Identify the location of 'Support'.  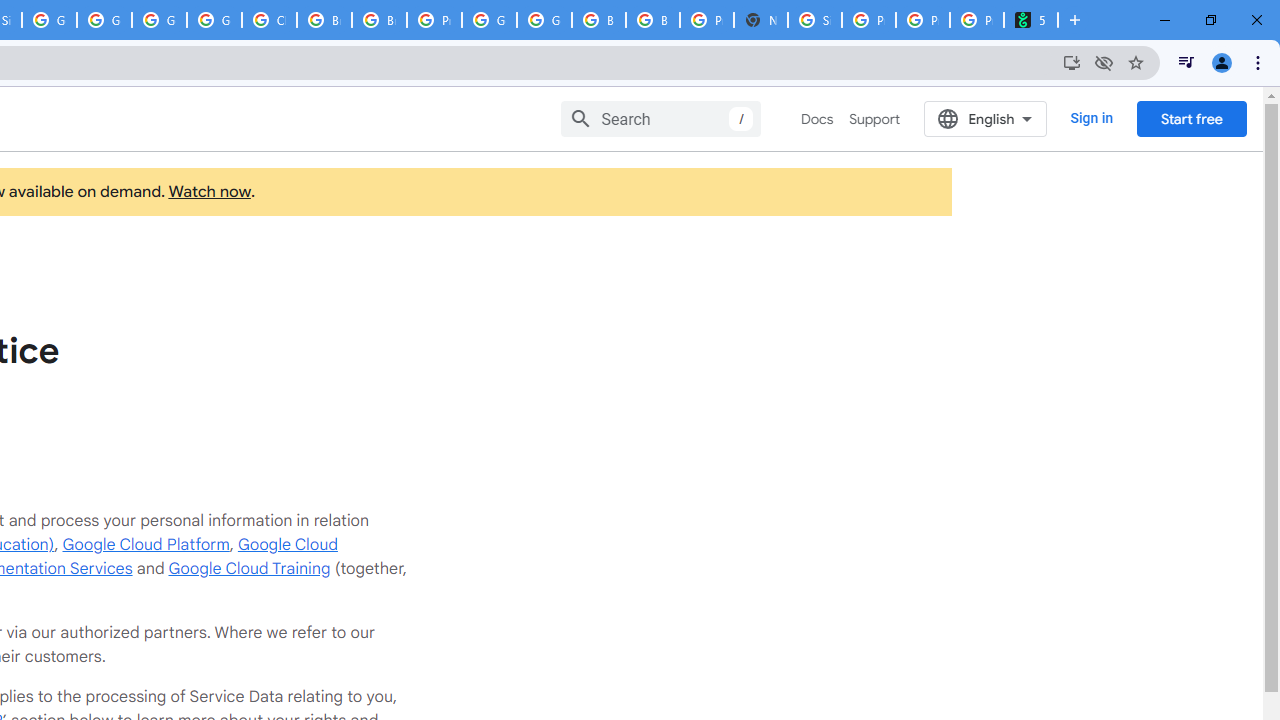
(874, 119).